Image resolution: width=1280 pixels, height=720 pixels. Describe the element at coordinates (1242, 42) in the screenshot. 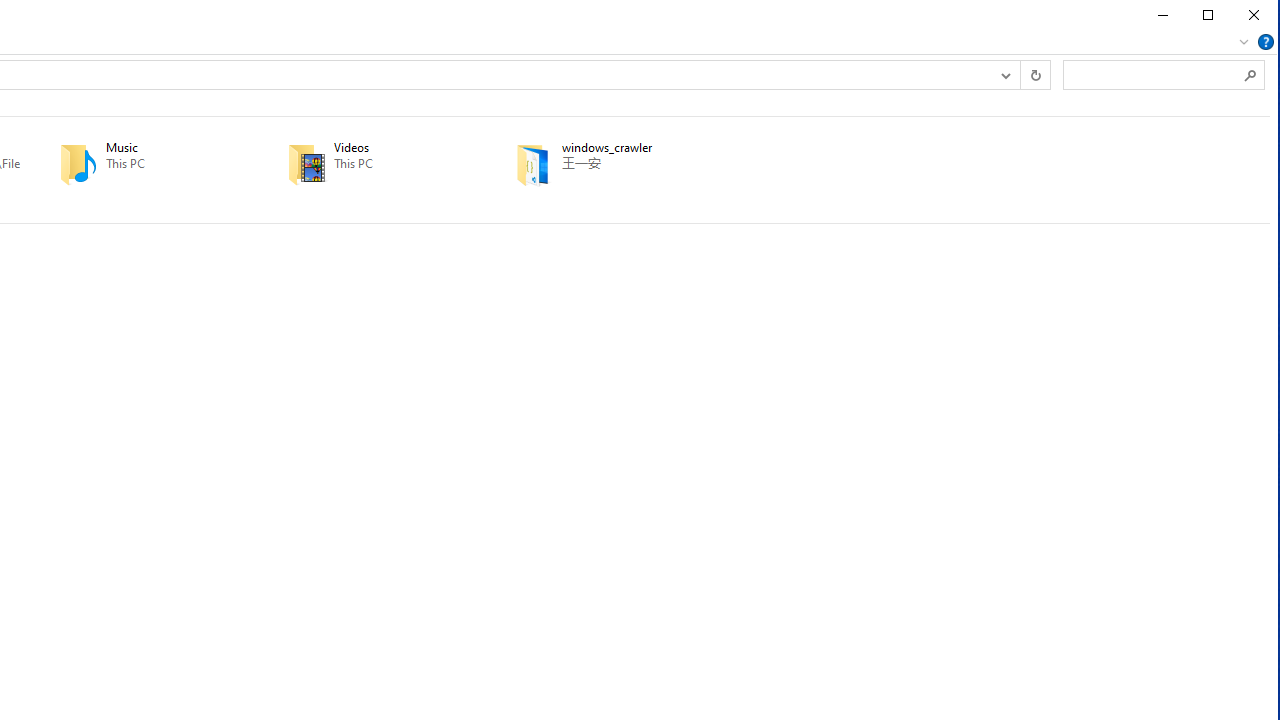

I see `'Minimize the Ribbon'` at that location.